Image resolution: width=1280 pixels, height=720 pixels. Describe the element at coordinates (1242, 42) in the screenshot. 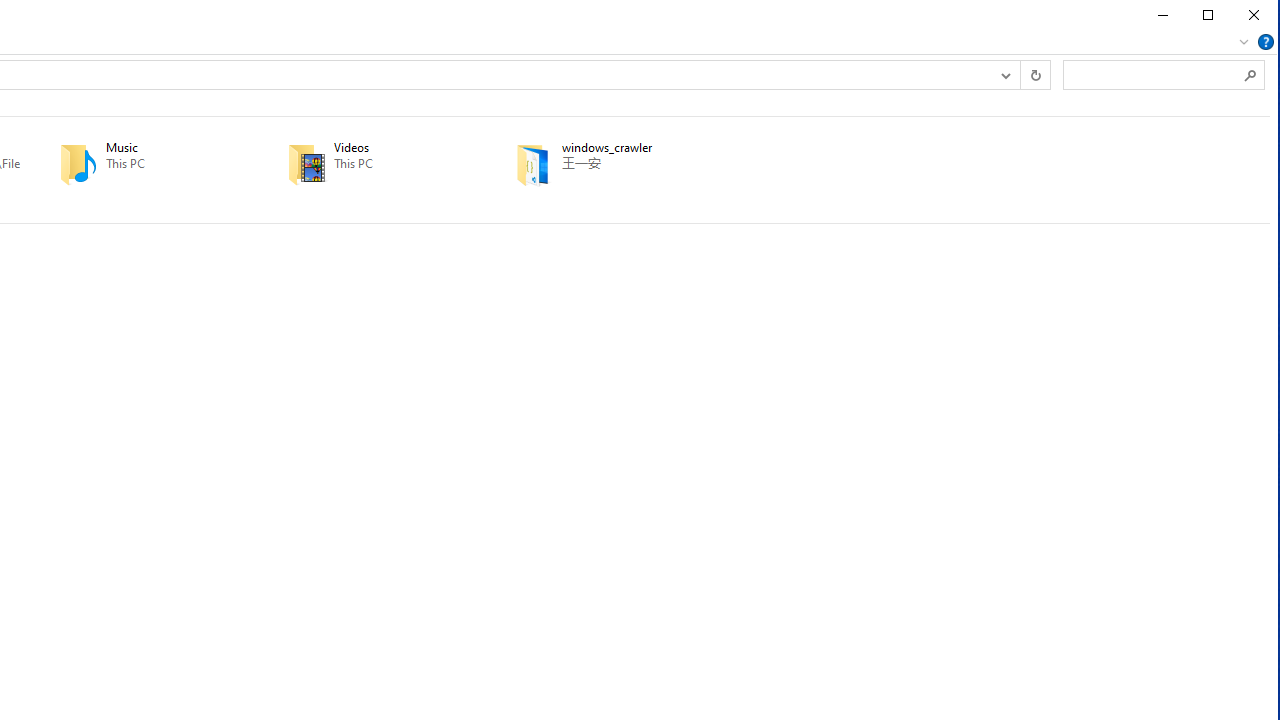

I see `'Minimize the Ribbon'` at that location.